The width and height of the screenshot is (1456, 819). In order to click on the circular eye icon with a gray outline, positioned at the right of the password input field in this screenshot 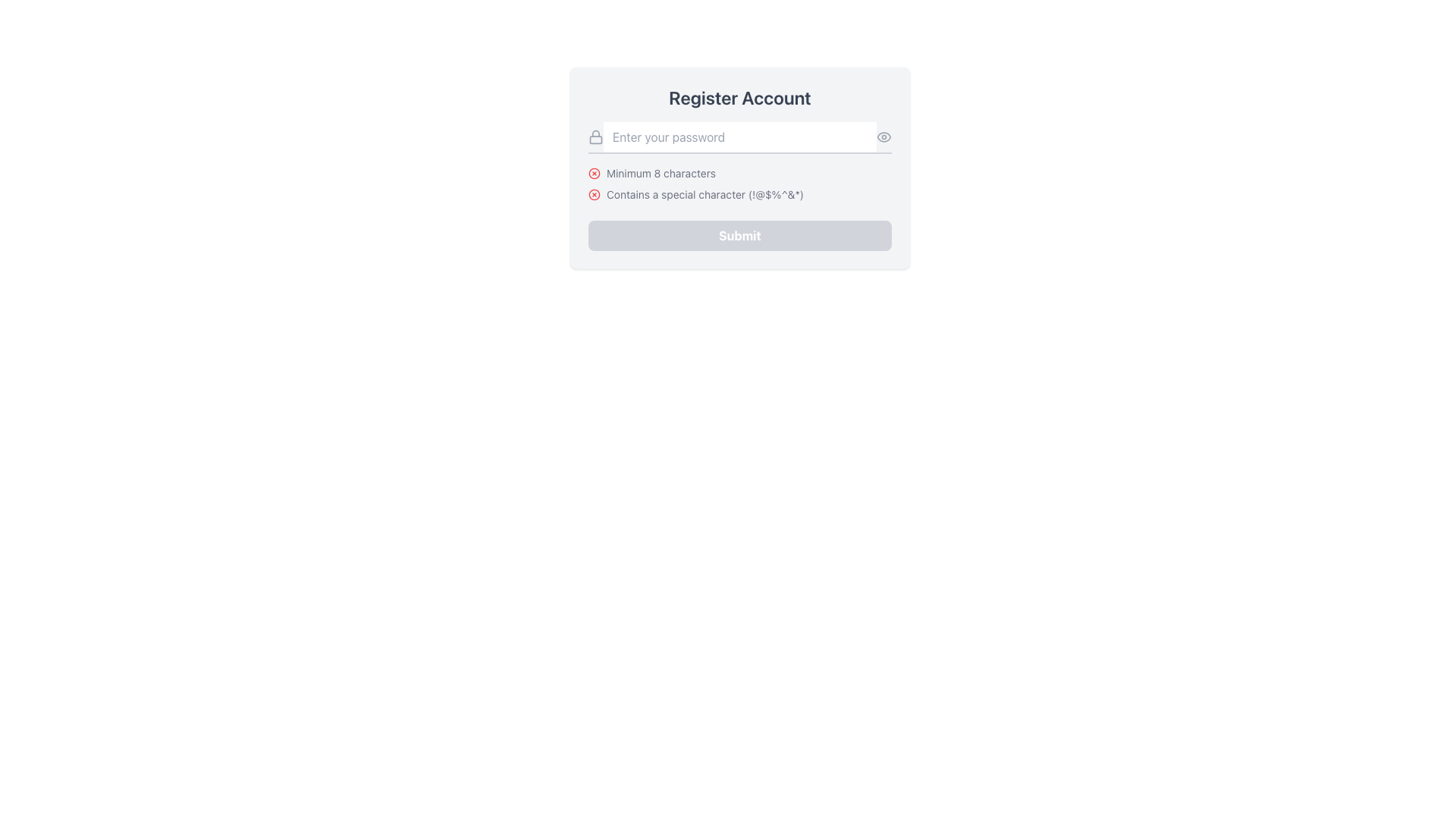, I will do `click(884, 137)`.